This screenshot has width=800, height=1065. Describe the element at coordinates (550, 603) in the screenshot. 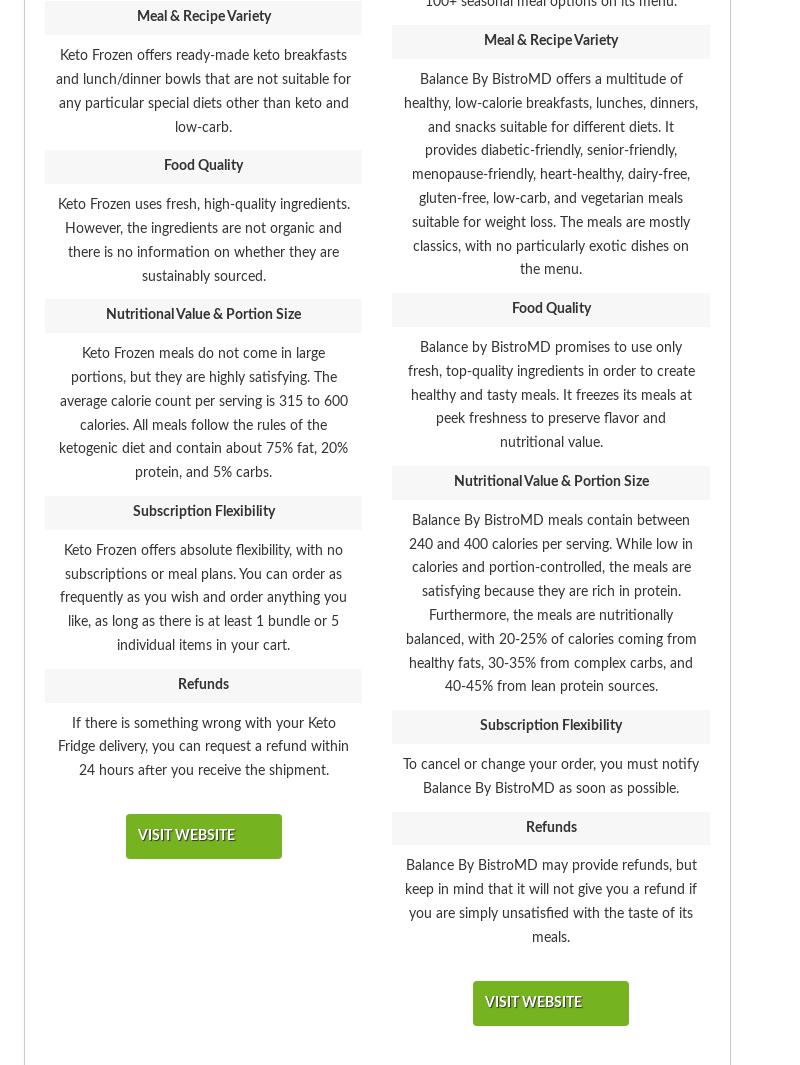

I see `'Balance By BistroMD meals contain between 240 and 400 calories per serving. While low in calories and portion-controlled, the meals are satisfying because they are rich in protein. Furthermore, the meals are nutritionally balanced, with 20-25% of calories coming from healthy fats, 30-35% from complex carbs, and 40-45% from lean protein sources.'` at that location.